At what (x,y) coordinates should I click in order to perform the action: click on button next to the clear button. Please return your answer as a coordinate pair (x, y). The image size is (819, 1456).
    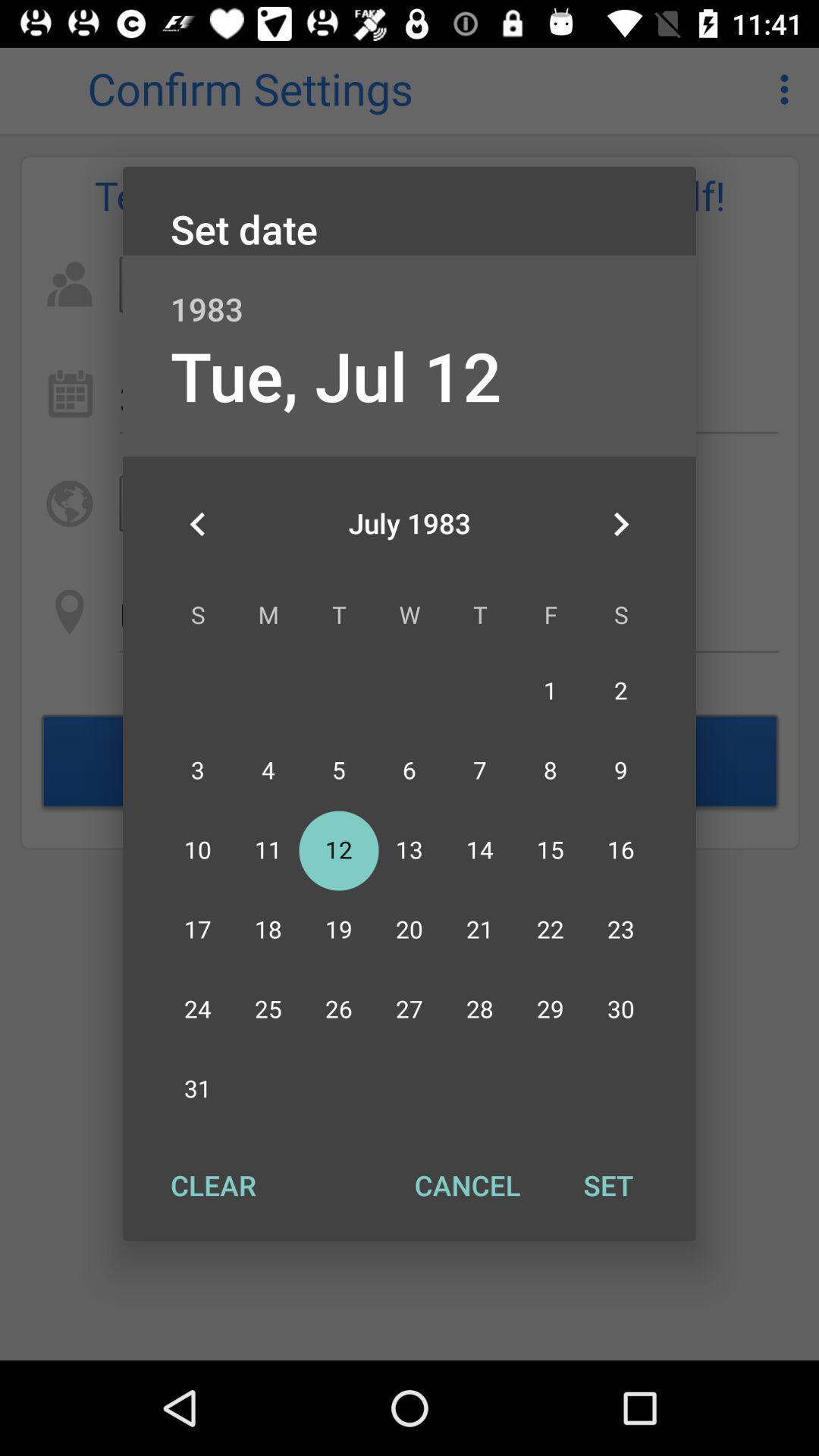
    Looking at the image, I should click on (466, 1185).